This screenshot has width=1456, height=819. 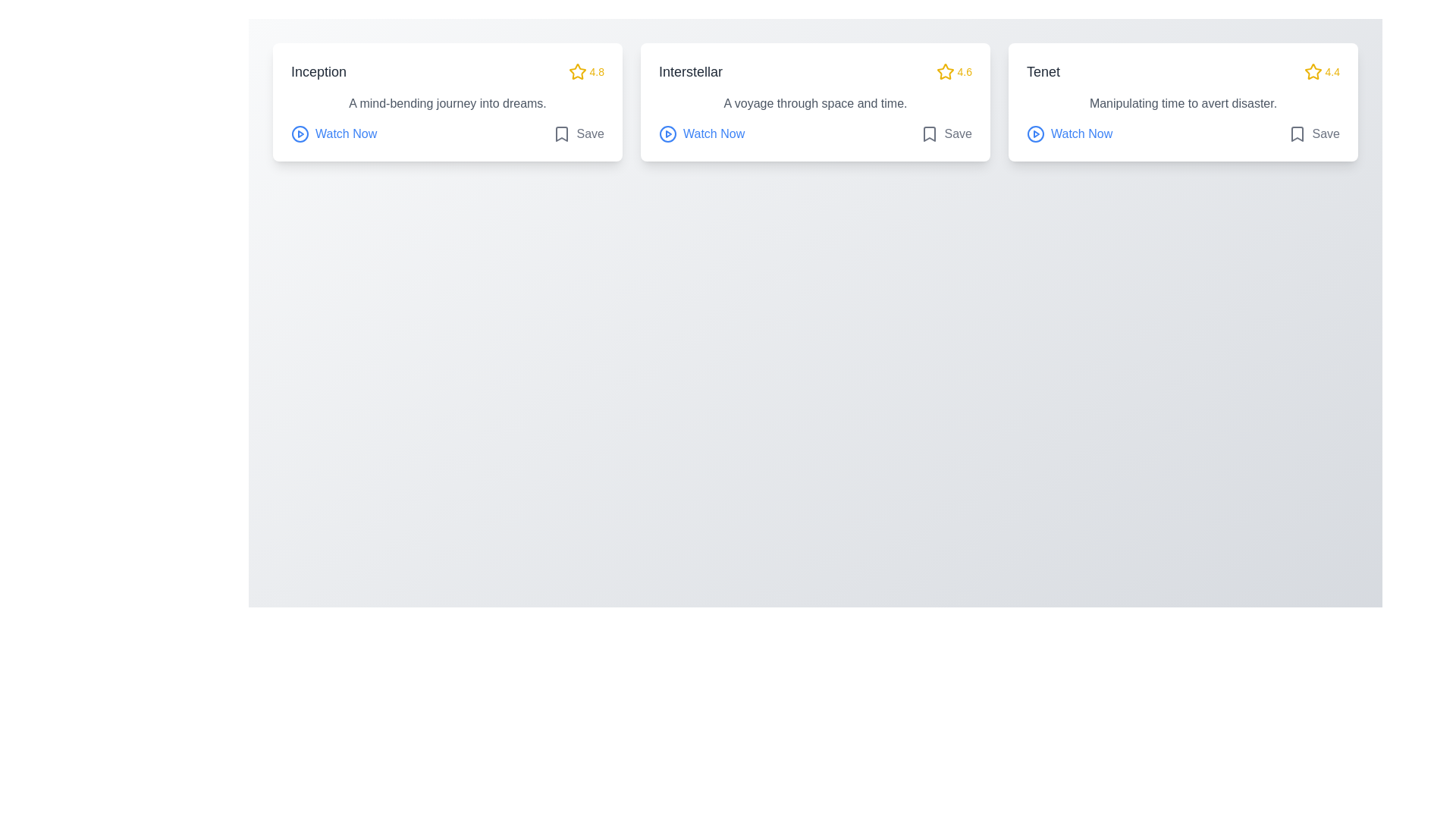 I want to click on the text label that serves as the title of the movie or content in the upper left corner of the third card in a horizontally arranged list of similar cards, so click(x=1043, y=72).